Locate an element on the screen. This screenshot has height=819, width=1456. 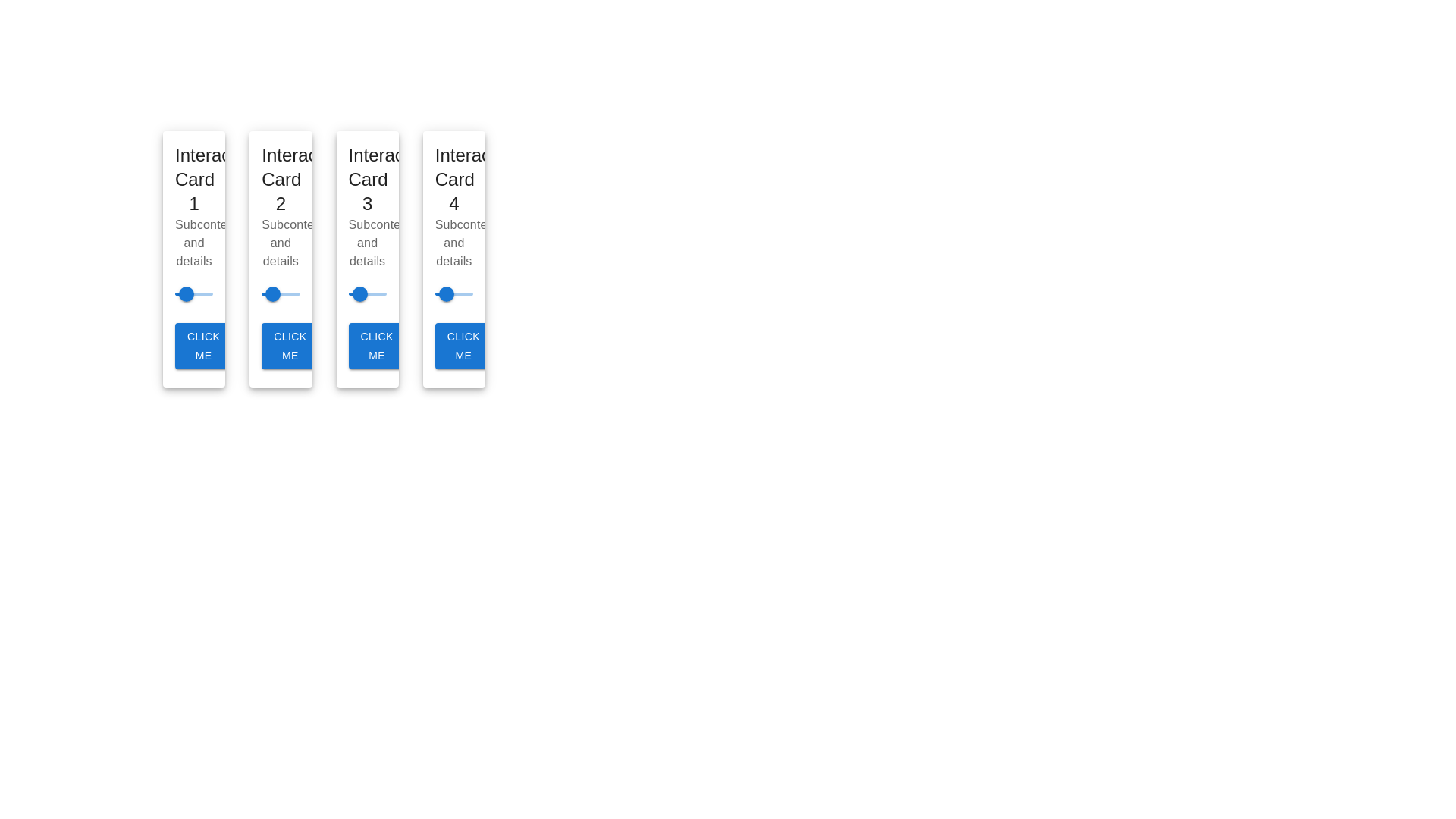
the slider is located at coordinates (187, 294).